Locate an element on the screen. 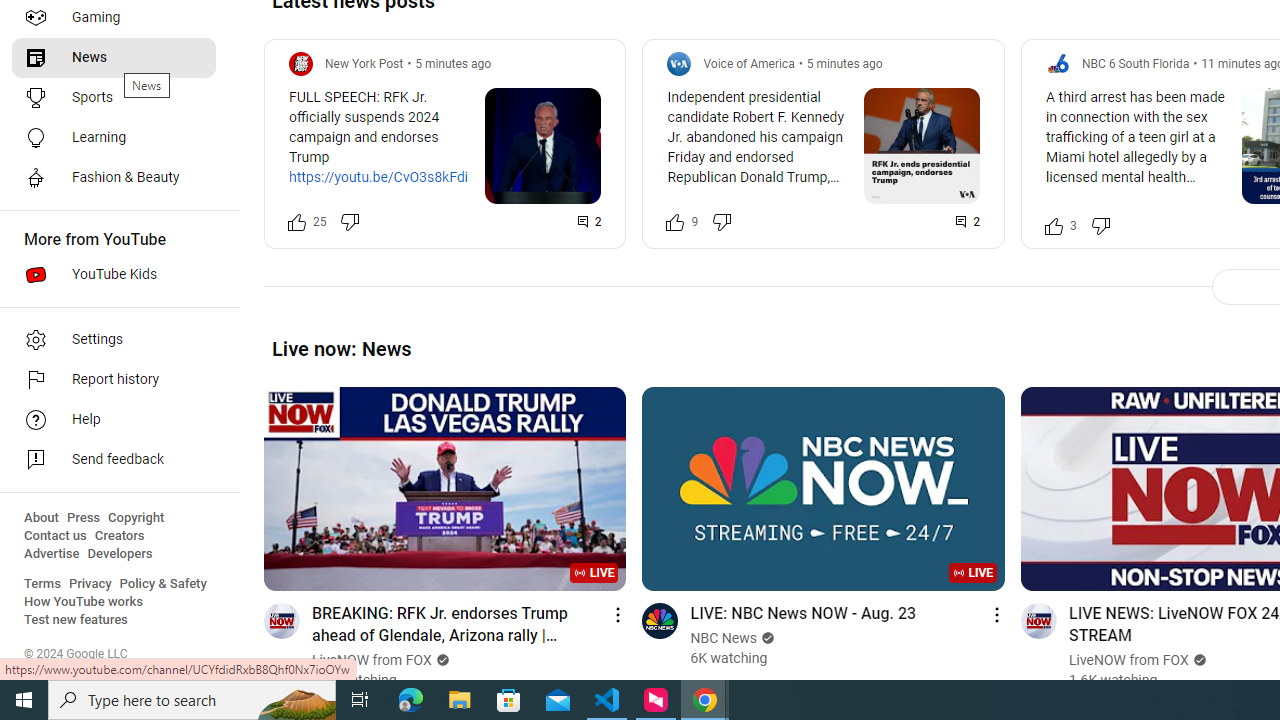  'NBC News' is located at coordinates (723, 638).